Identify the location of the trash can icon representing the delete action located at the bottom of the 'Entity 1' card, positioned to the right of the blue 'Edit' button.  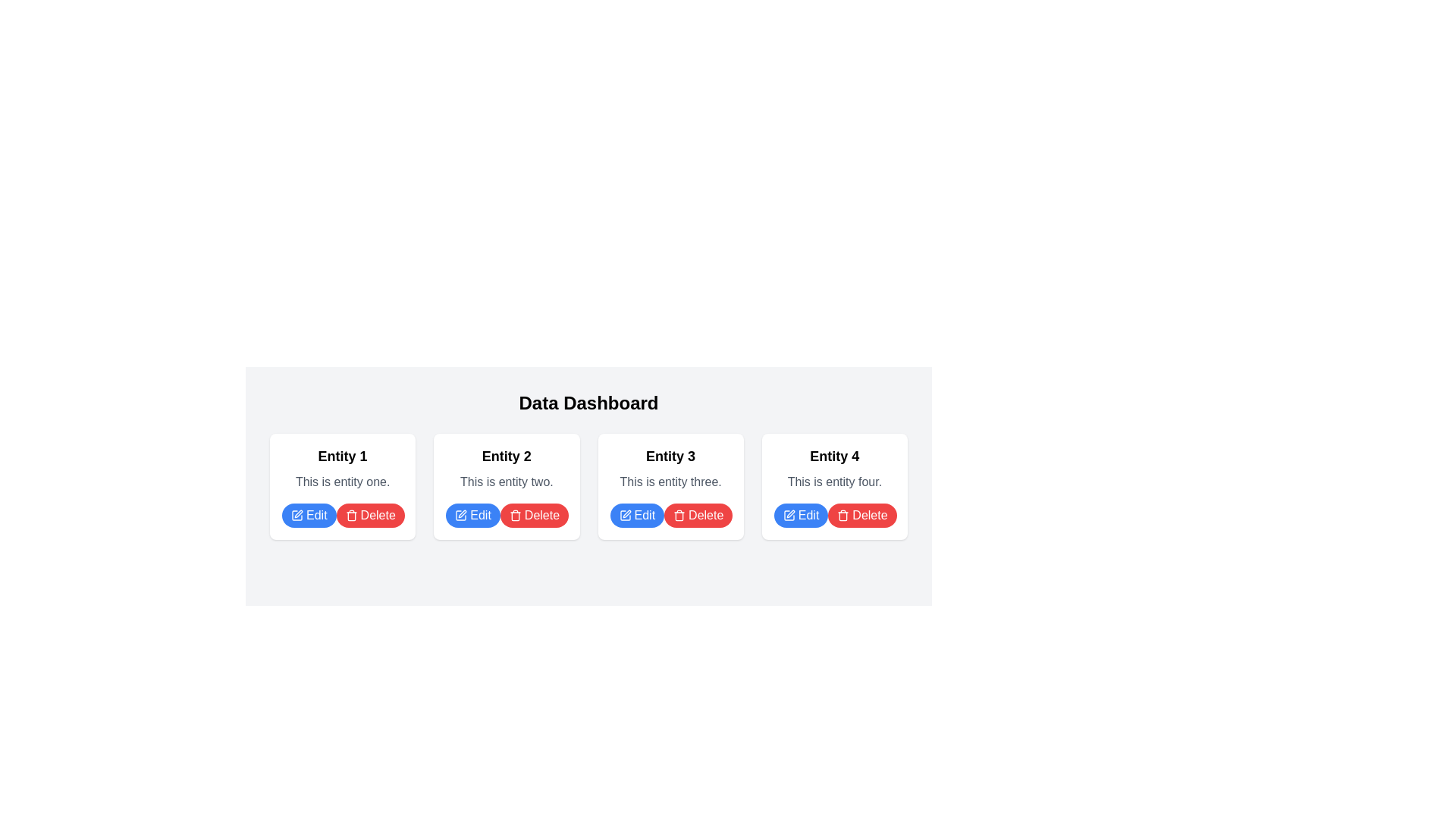
(350, 514).